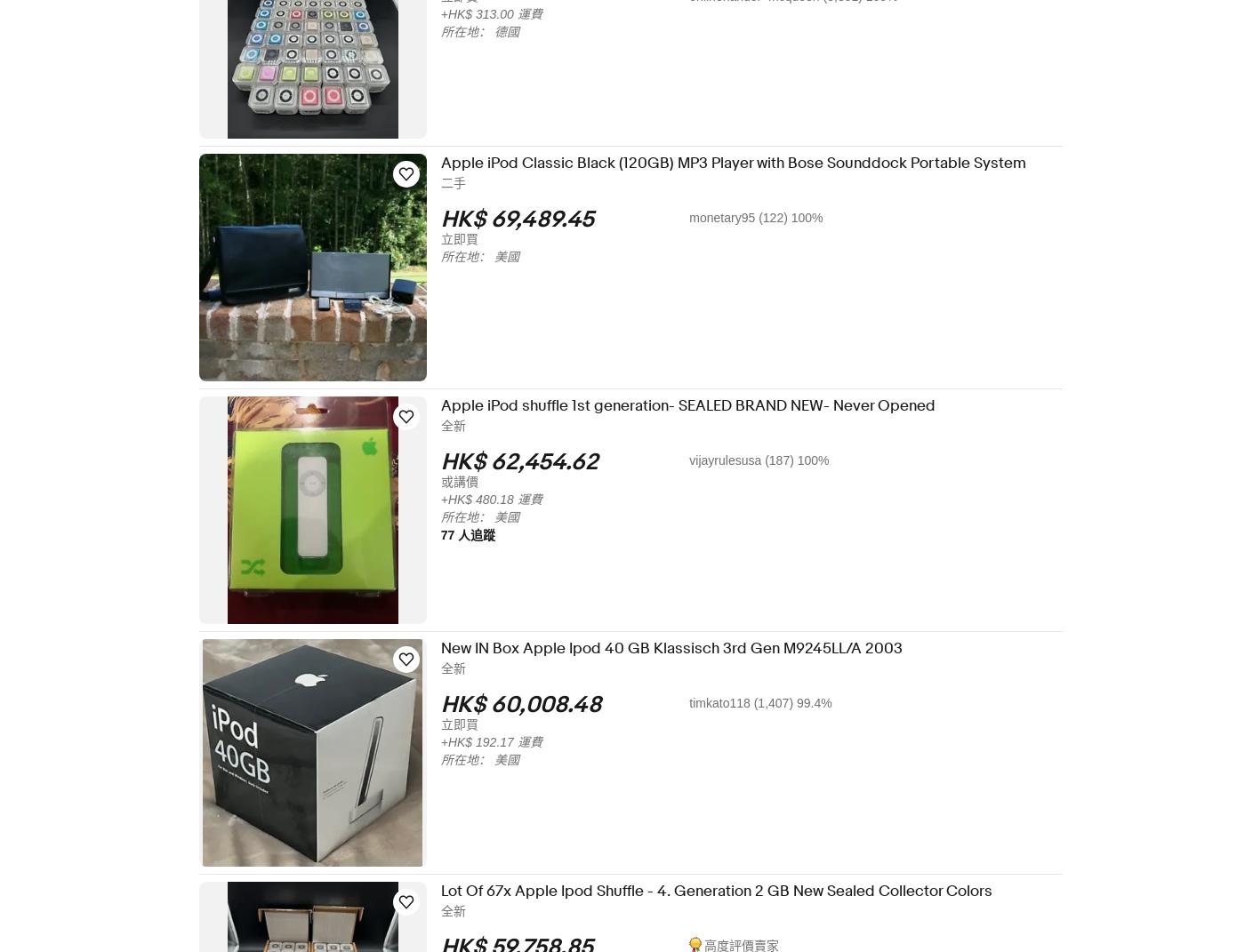  What do you see at coordinates (745, 162) in the screenshot?
I see `'Apple iPod Classic Black (120GB) MP3 Player with Bose Sounddock Portable System'` at bounding box center [745, 162].